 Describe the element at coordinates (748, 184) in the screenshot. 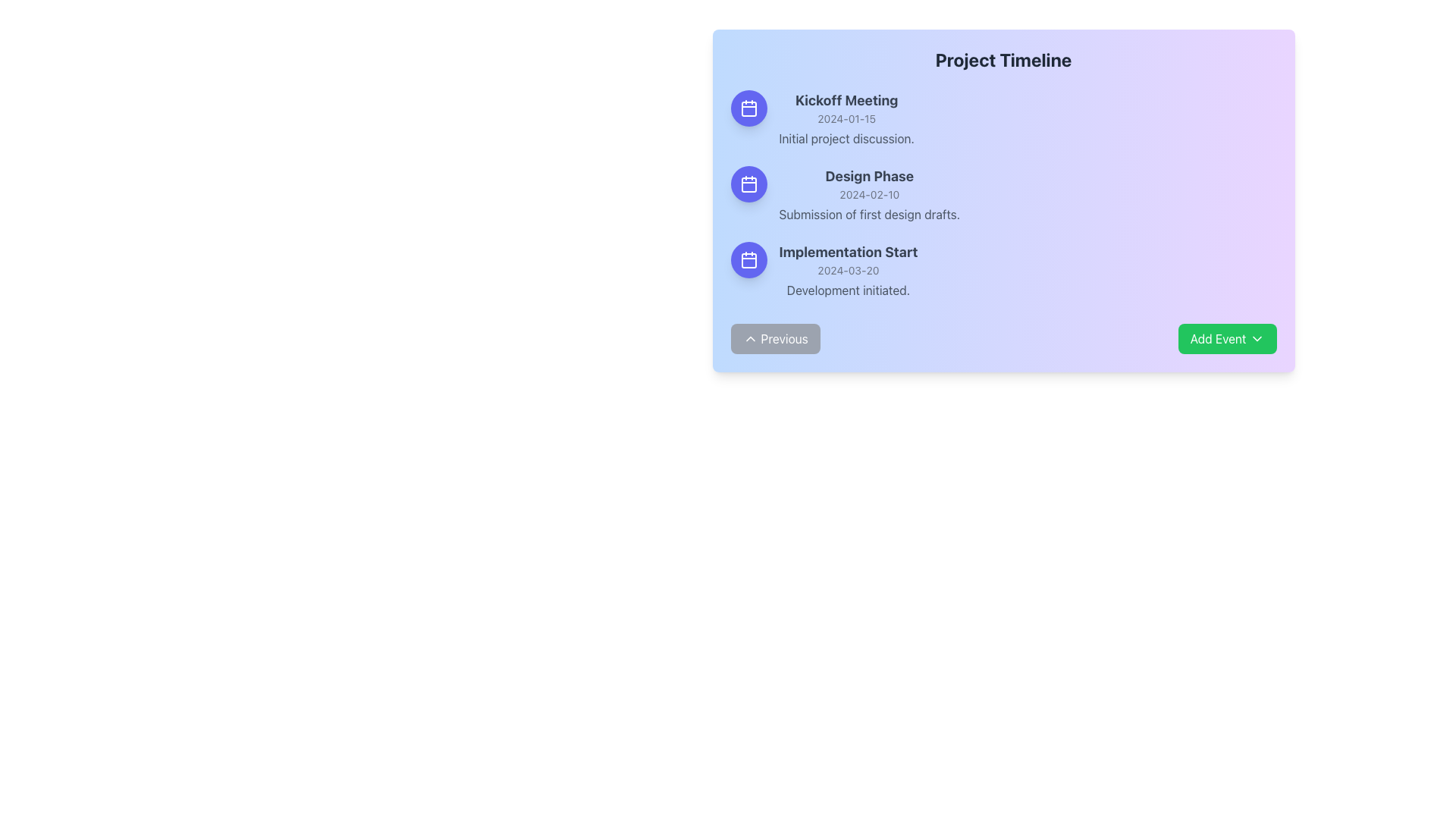

I see `the small rectangle with rounded corners inside the larger calendar icon associated with the 'Design Phase' section` at that location.